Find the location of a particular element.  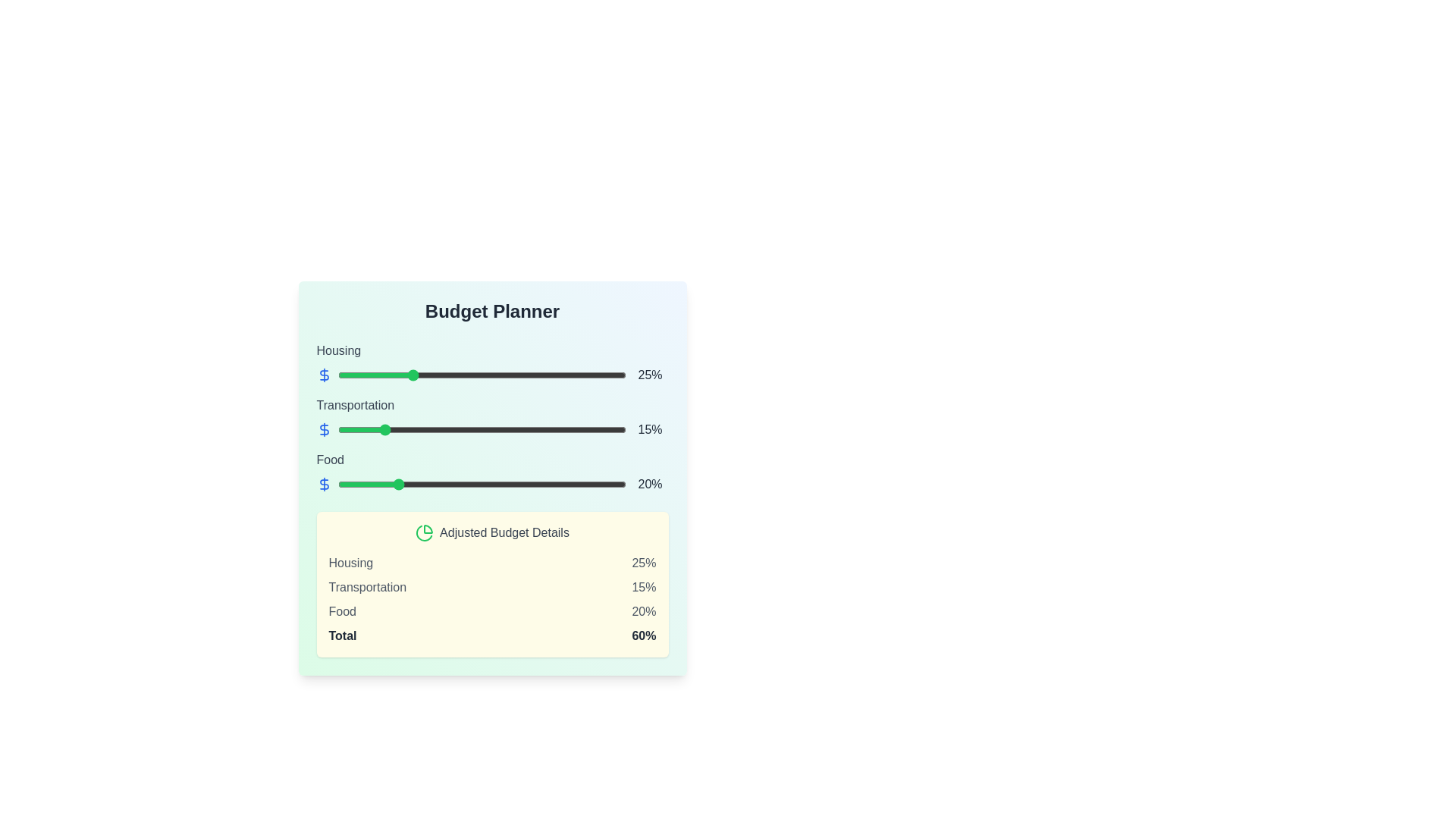

text label 'Adjusted Budget Details' which is accompanied by a green pie chart icon on its left, located at the top of a light yellow section is located at coordinates (492, 532).